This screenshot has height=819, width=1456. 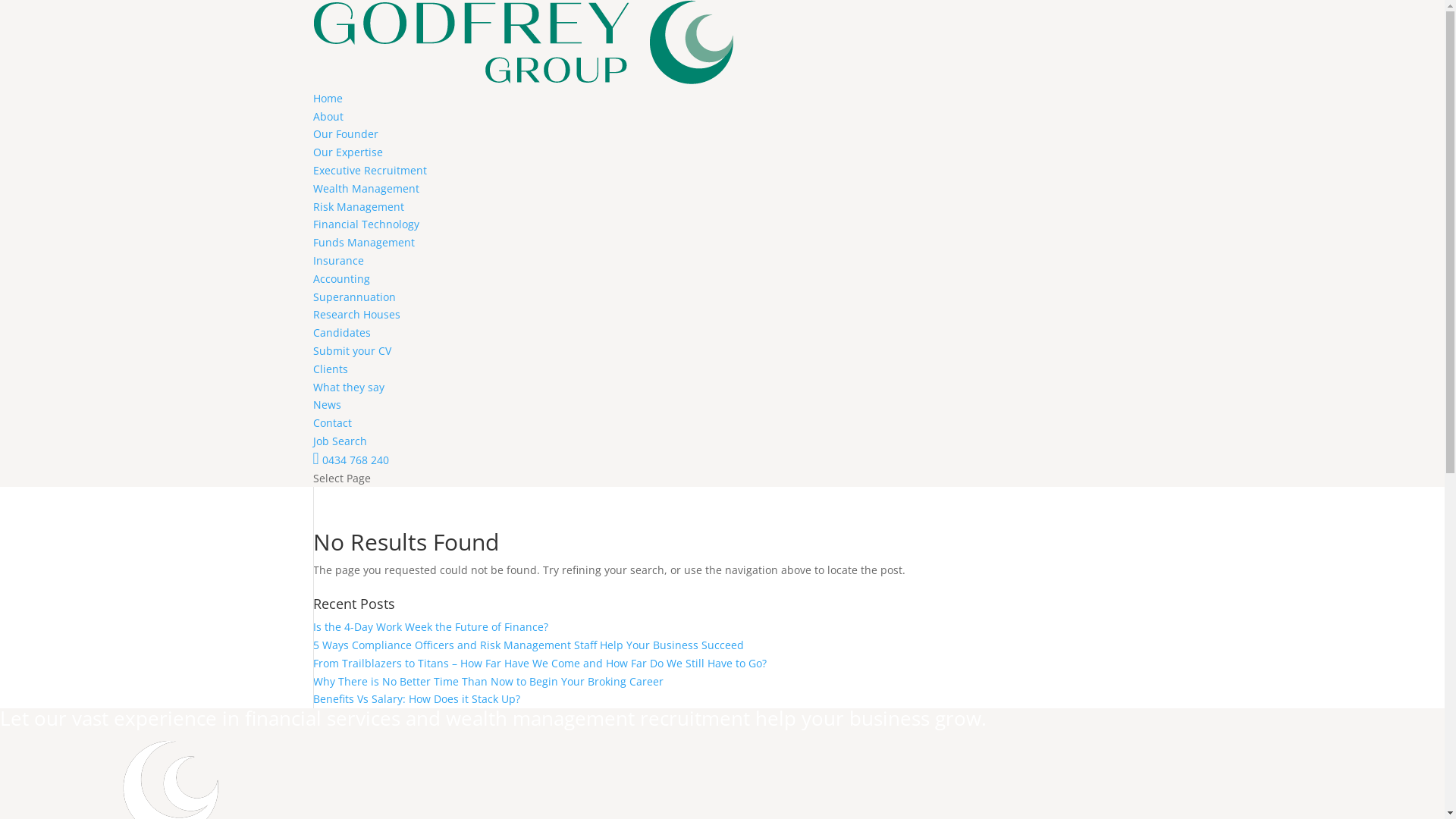 What do you see at coordinates (312, 441) in the screenshot?
I see `'Job Search'` at bounding box center [312, 441].